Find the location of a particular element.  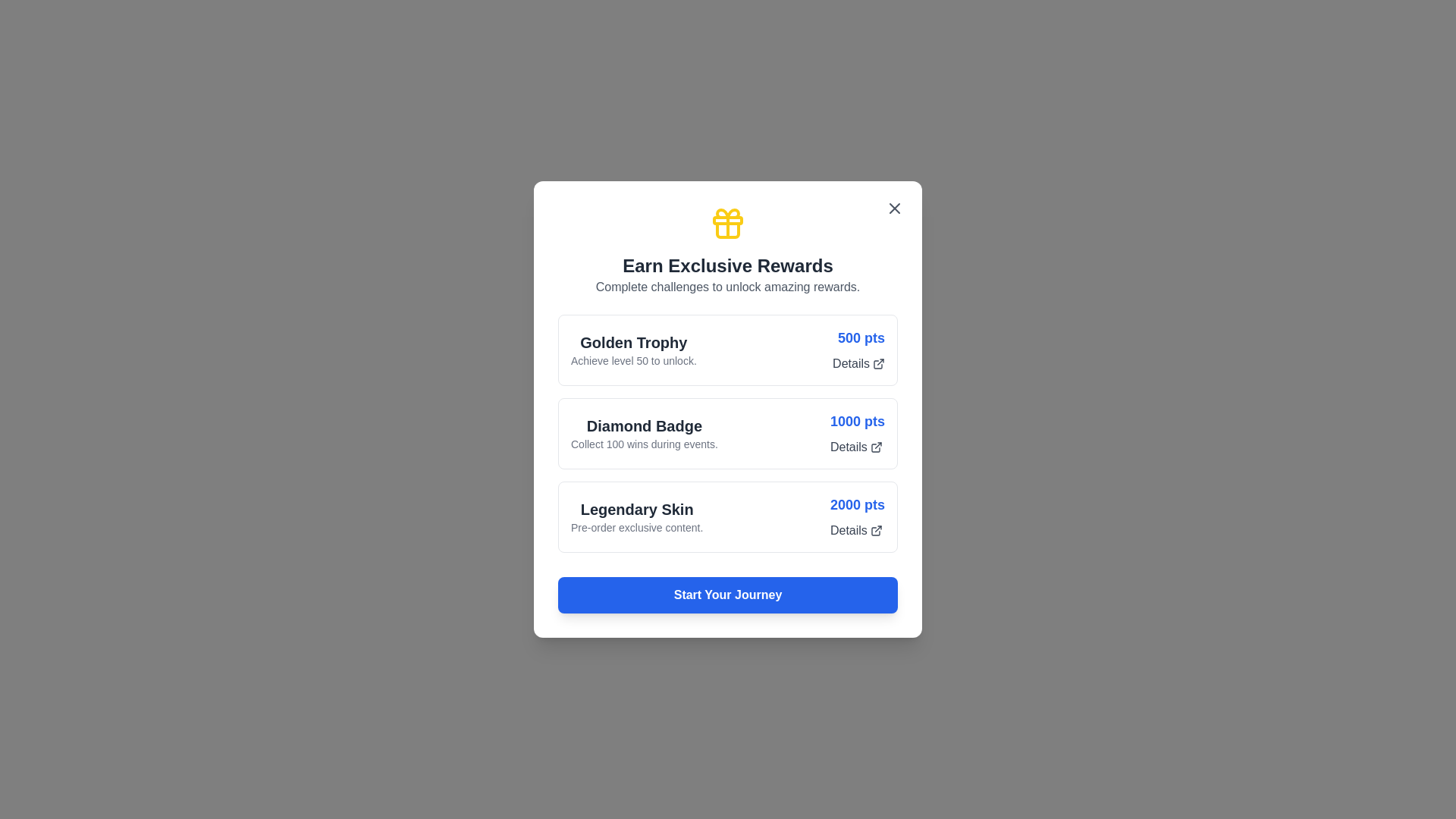

the decorative external link icon located in the bottom-right of the 'Details' text in the 'Diamond Badge' entry is located at coordinates (875, 447).